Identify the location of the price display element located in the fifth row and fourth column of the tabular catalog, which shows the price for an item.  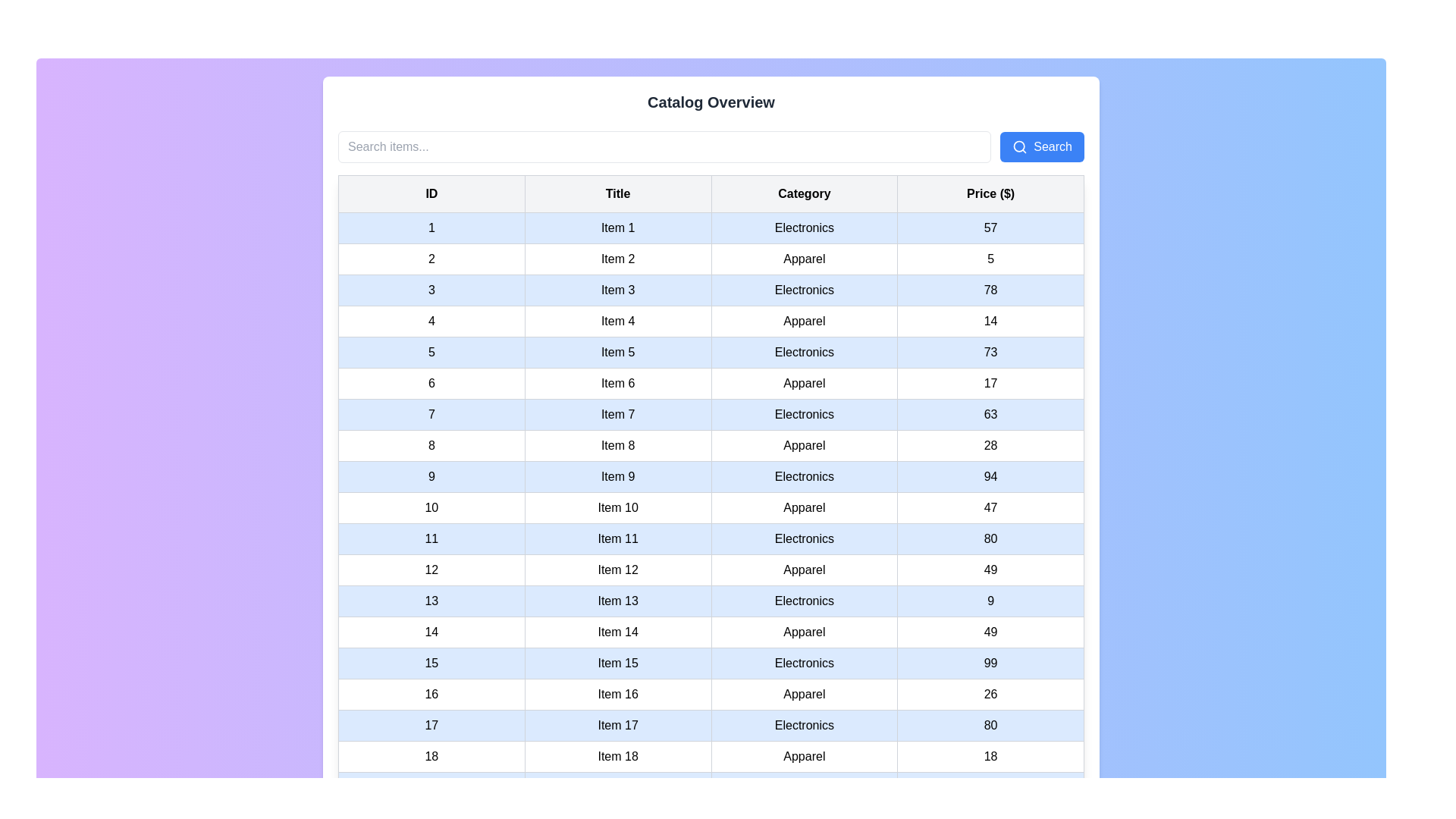
(990, 353).